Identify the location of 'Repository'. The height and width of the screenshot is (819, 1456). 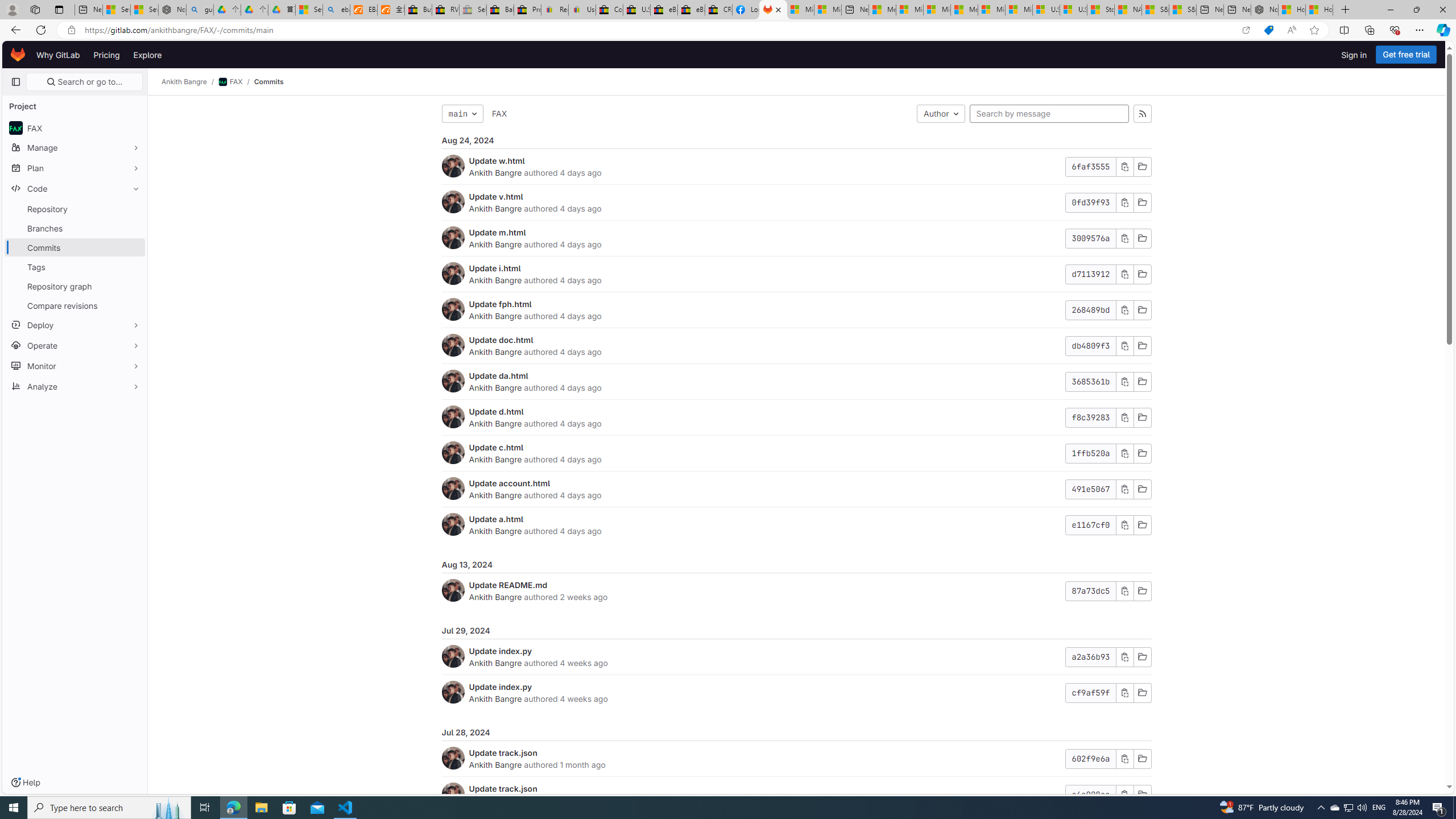
(74, 209).